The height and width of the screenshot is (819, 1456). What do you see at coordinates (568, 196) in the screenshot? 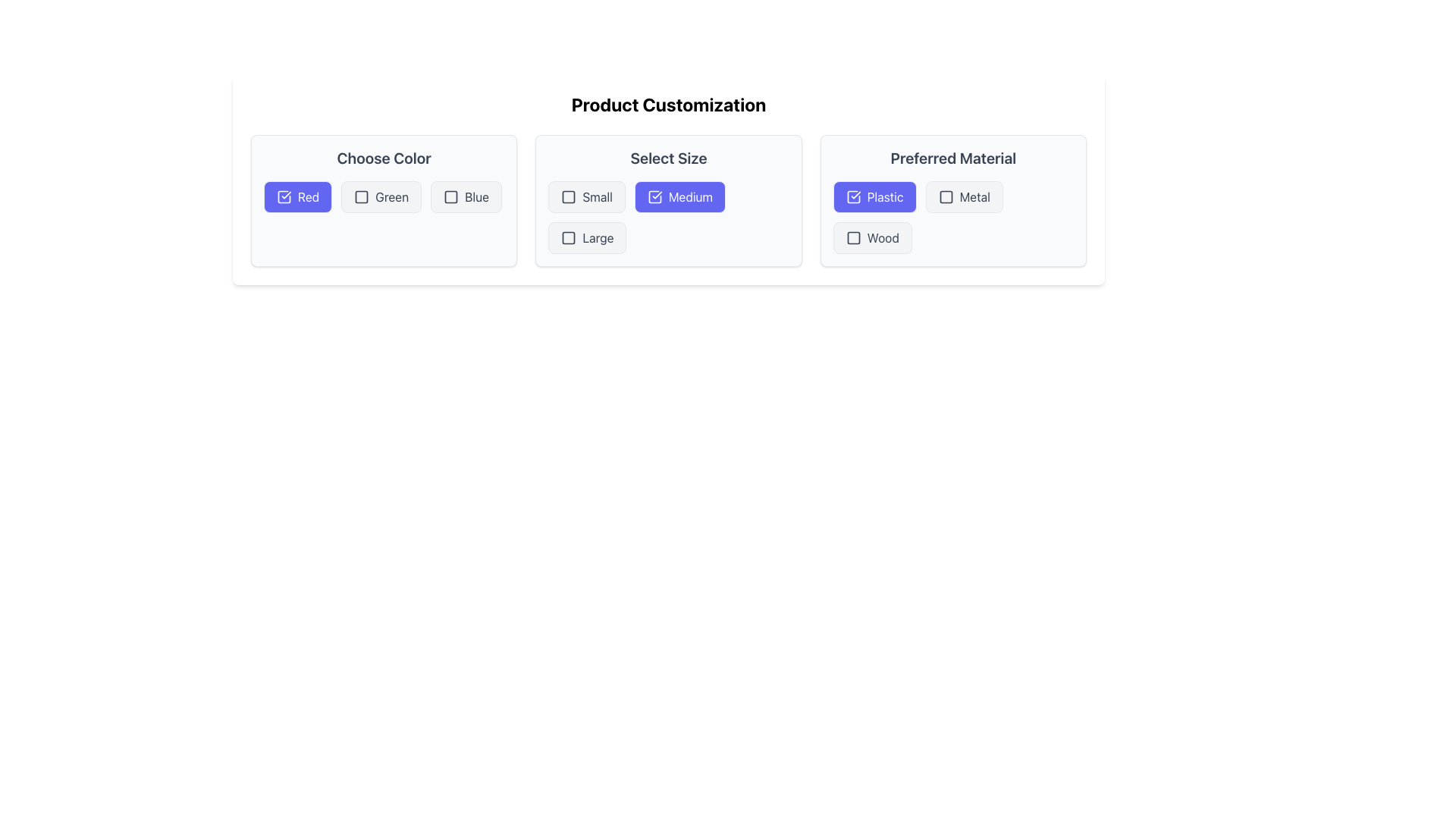
I see `the small, unfilled square checkbox located to the left of the label 'Small' in the 'Select Size' section` at bounding box center [568, 196].